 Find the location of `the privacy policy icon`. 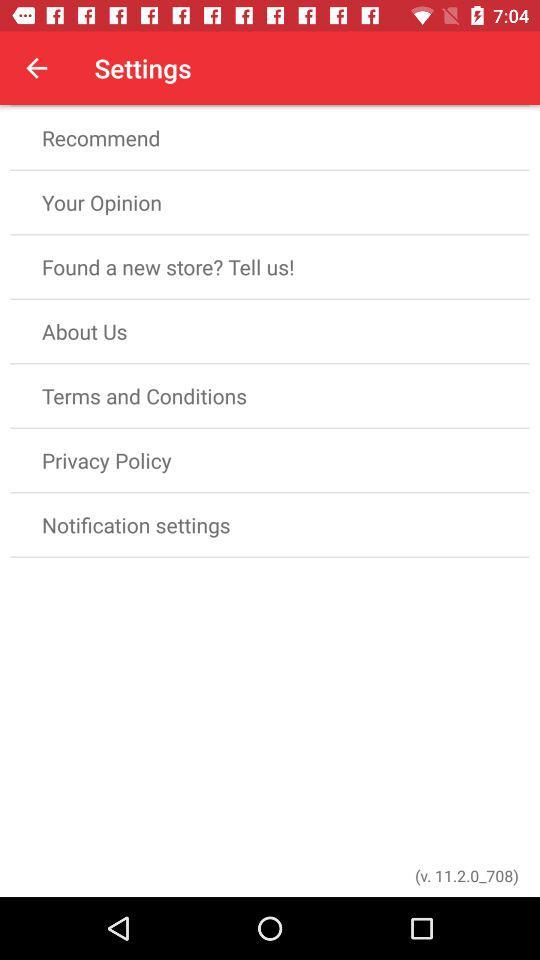

the privacy policy icon is located at coordinates (270, 460).